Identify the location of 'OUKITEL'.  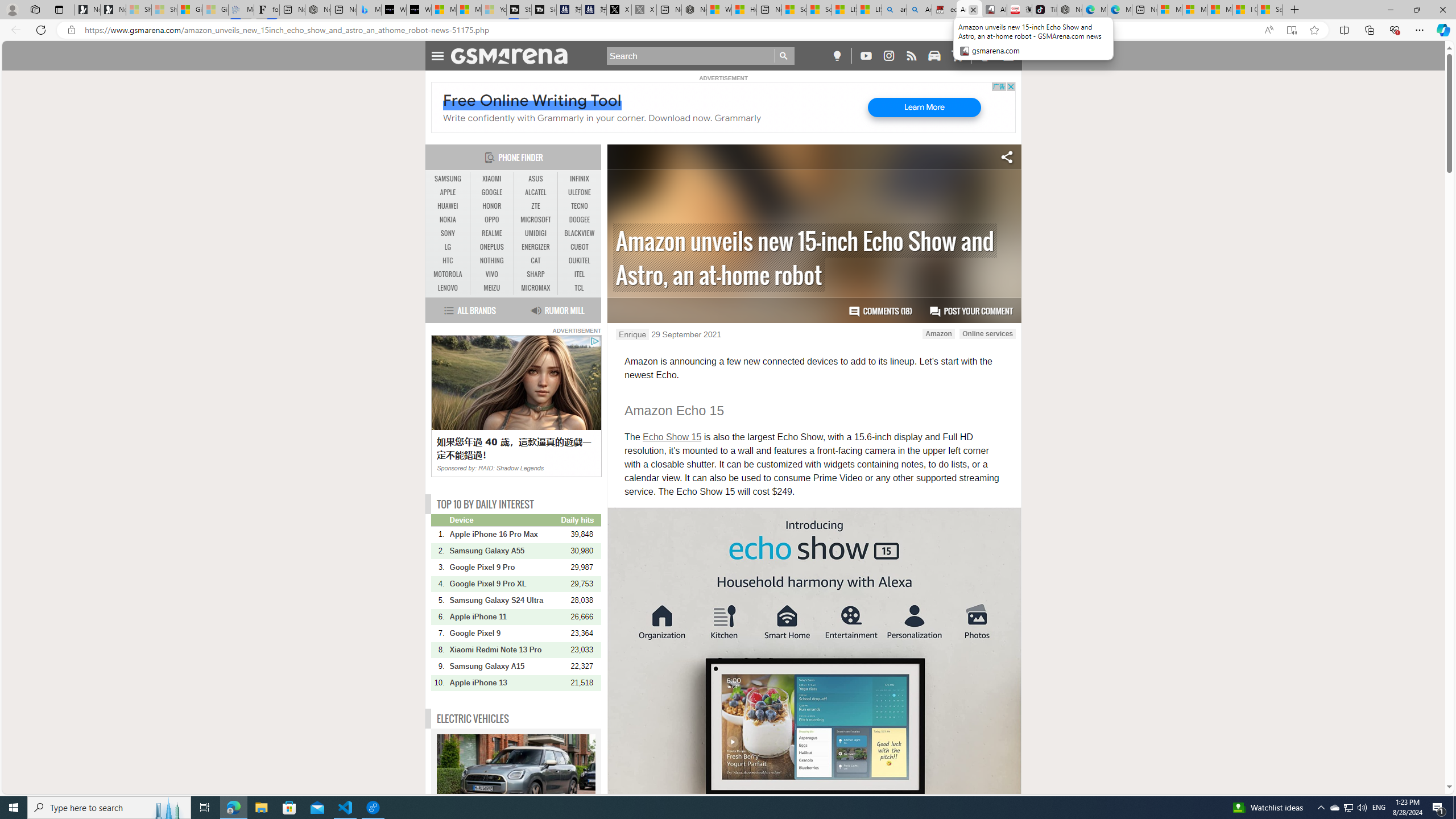
(579, 261).